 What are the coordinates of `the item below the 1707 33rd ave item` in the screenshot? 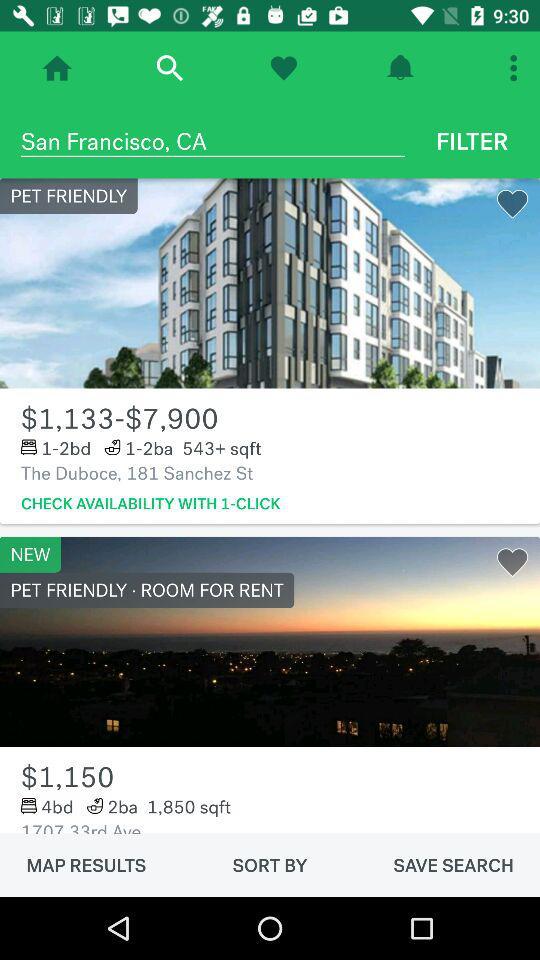 It's located at (85, 864).